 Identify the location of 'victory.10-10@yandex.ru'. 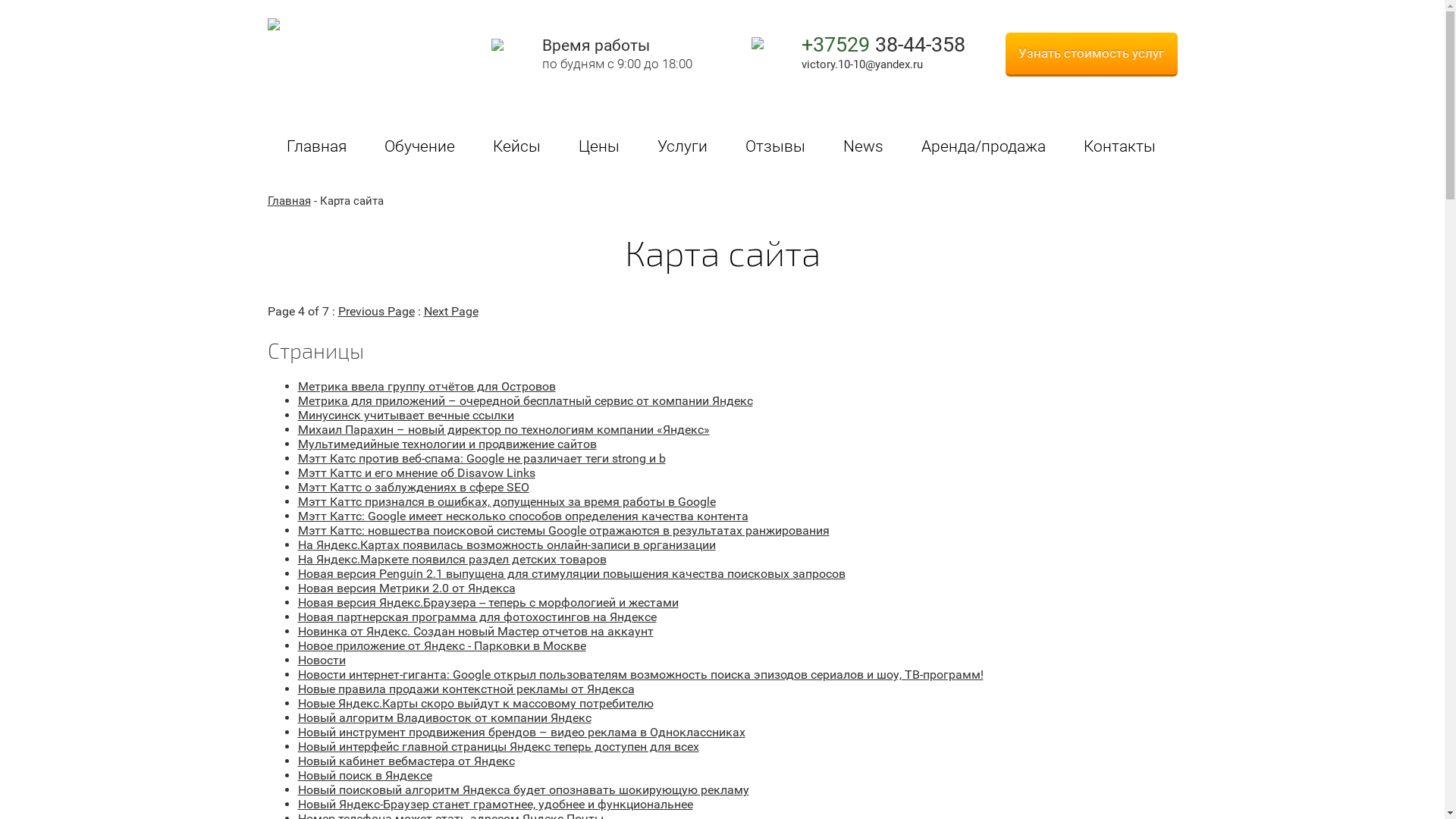
(861, 63).